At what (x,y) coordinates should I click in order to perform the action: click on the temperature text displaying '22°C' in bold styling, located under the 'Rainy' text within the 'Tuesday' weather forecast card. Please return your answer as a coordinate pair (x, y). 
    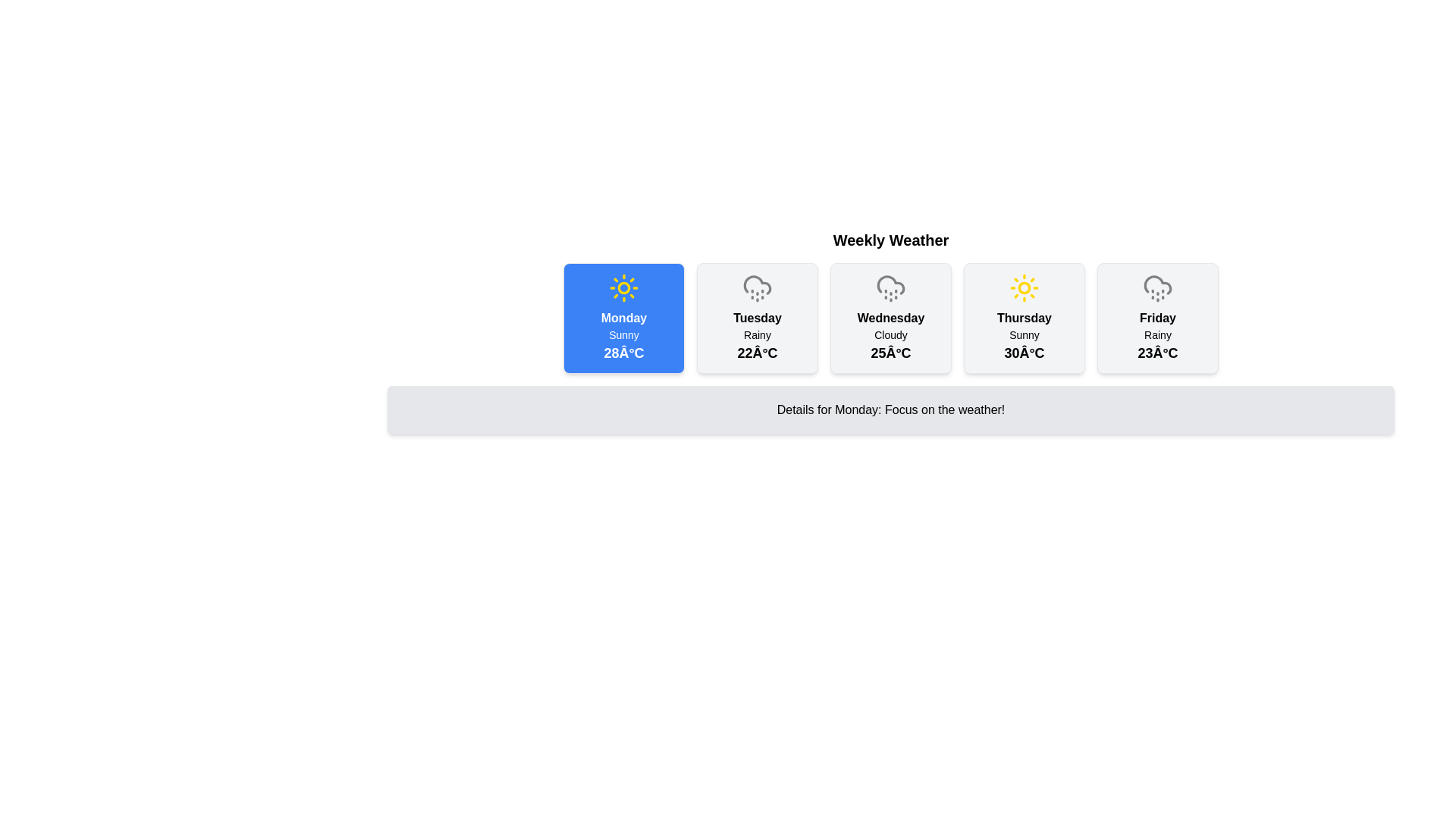
    Looking at the image, I should click on (757, 353).